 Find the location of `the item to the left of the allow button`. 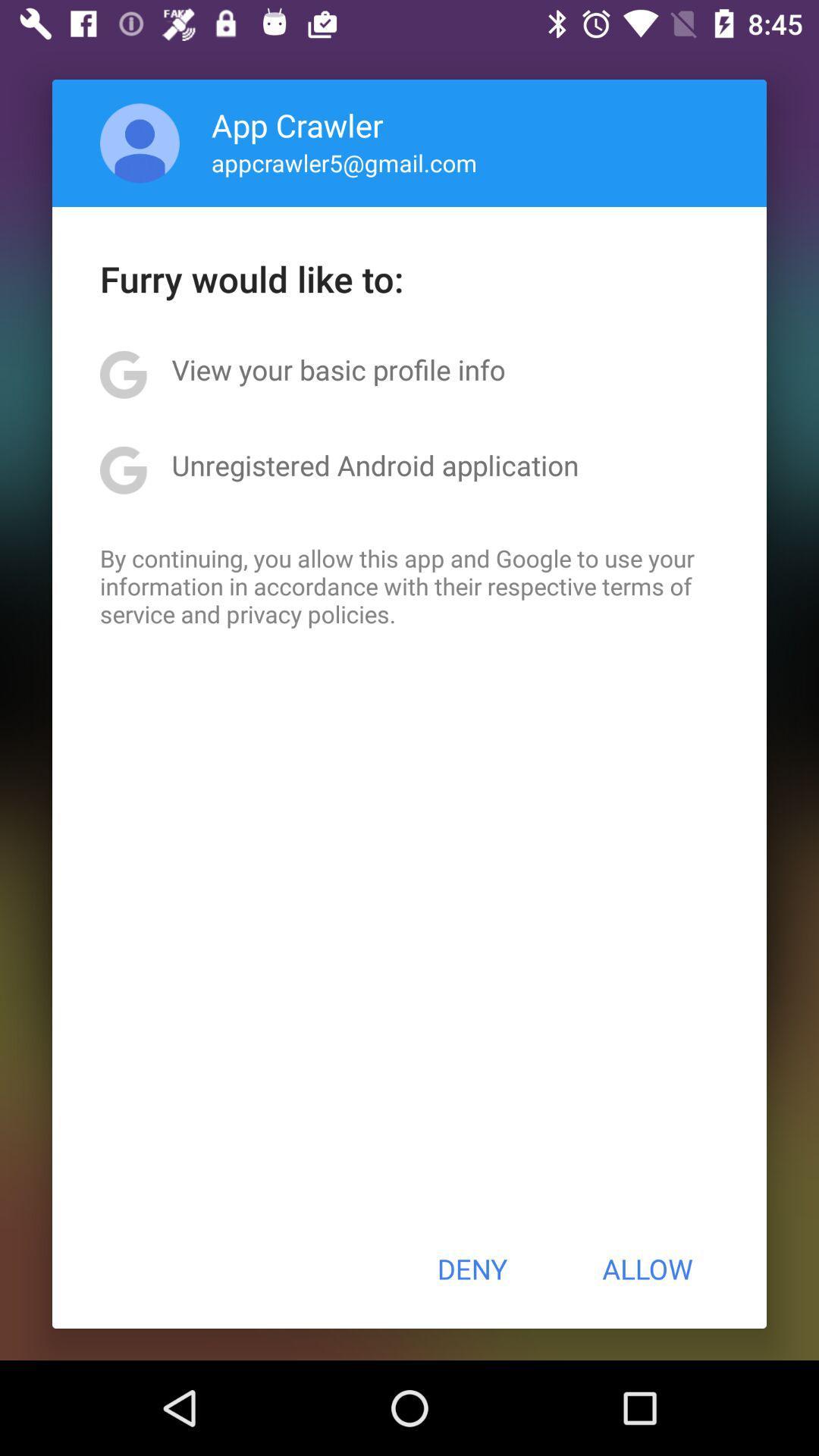

the item to the left of the allow button is located at coordinates (471, 1269).